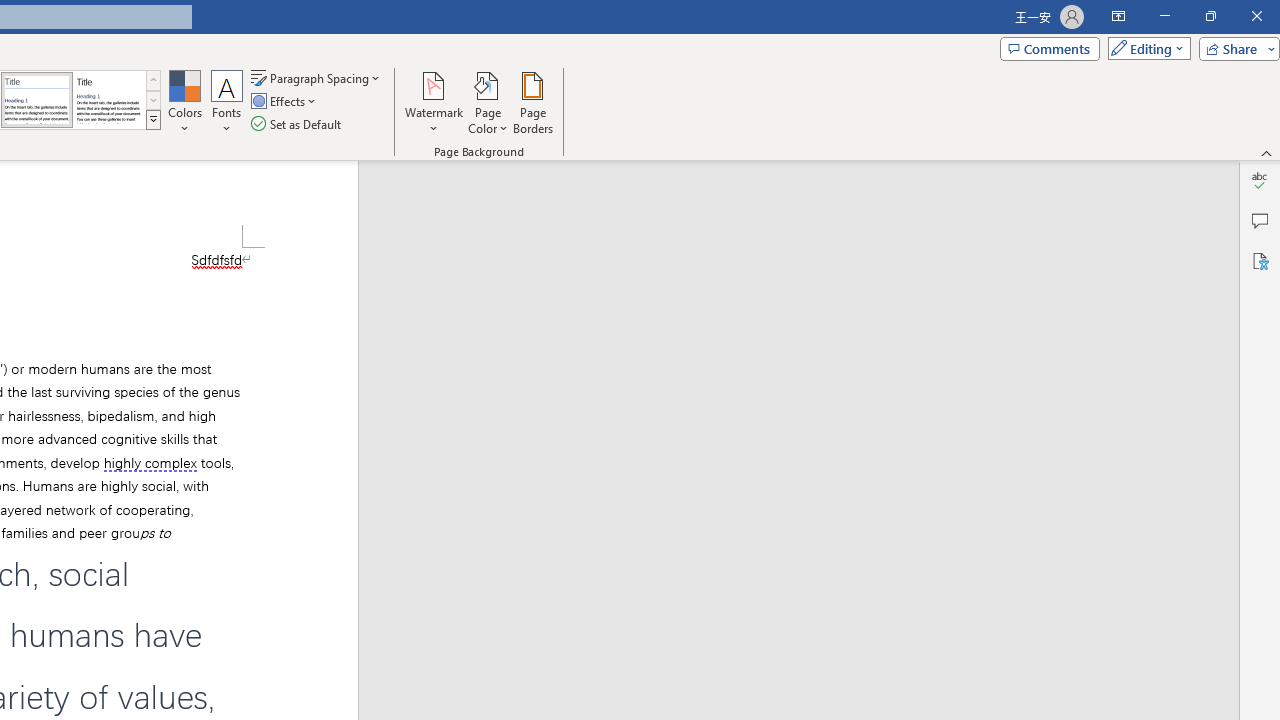 This screenshot has width=1280, height=720. Describe the element at coordinates (227, 103) in the screenshot. I see `'Fonts'` at that location.